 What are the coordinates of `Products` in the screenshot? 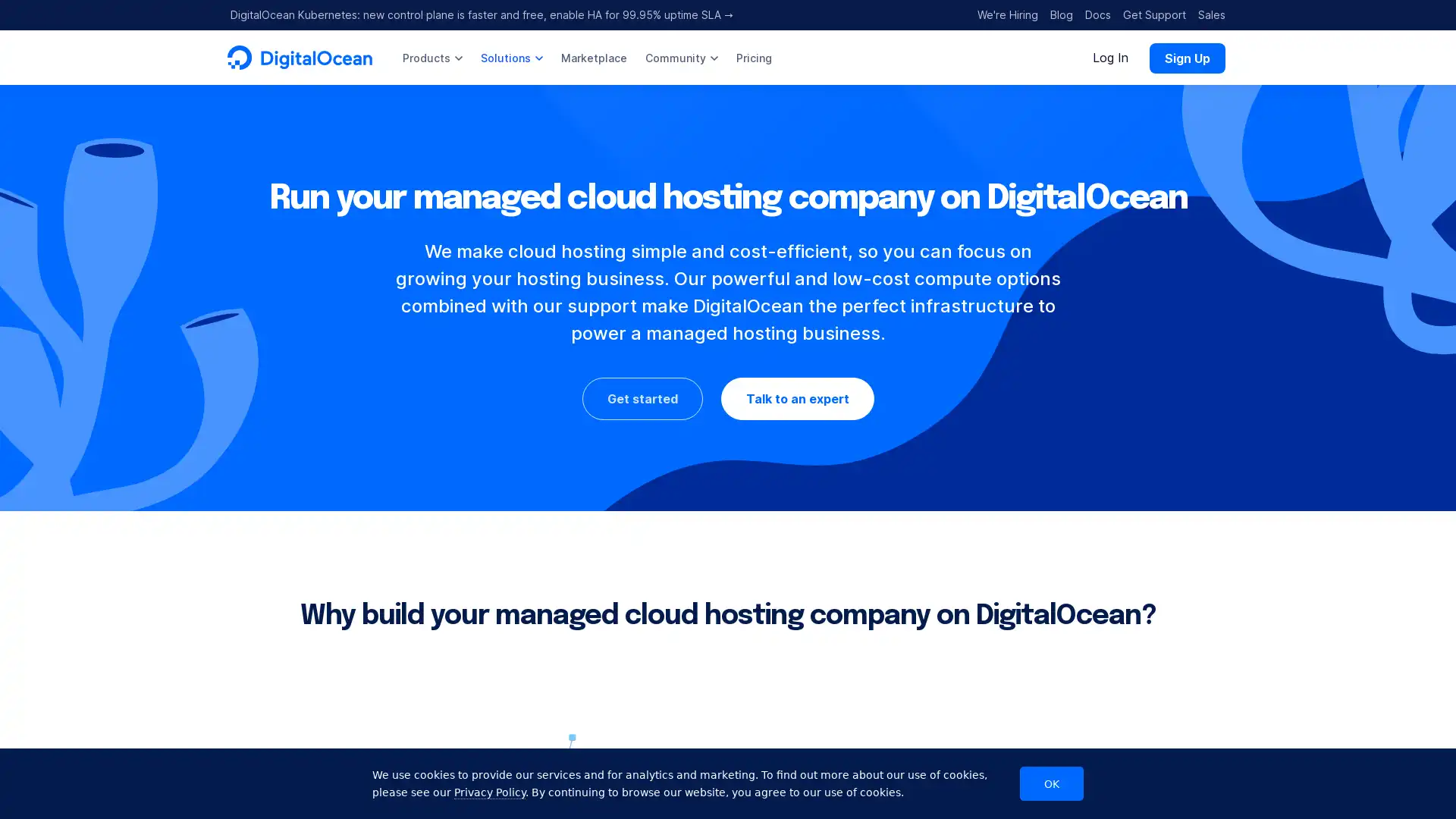 It's located at (431, 57).